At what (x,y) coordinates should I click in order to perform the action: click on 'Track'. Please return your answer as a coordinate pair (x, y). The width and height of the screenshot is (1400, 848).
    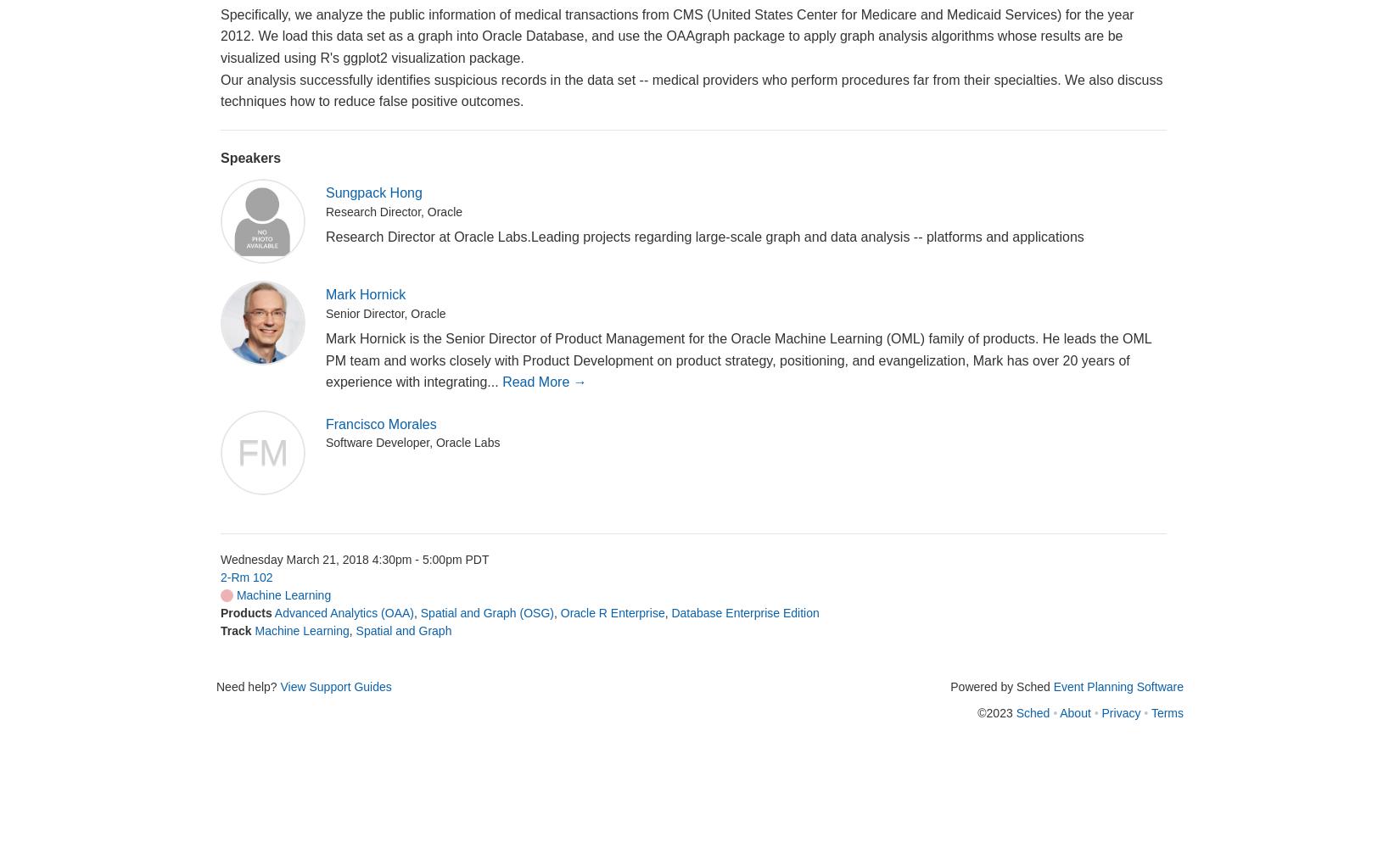
    Looking at the image, I should click on (236, 630).